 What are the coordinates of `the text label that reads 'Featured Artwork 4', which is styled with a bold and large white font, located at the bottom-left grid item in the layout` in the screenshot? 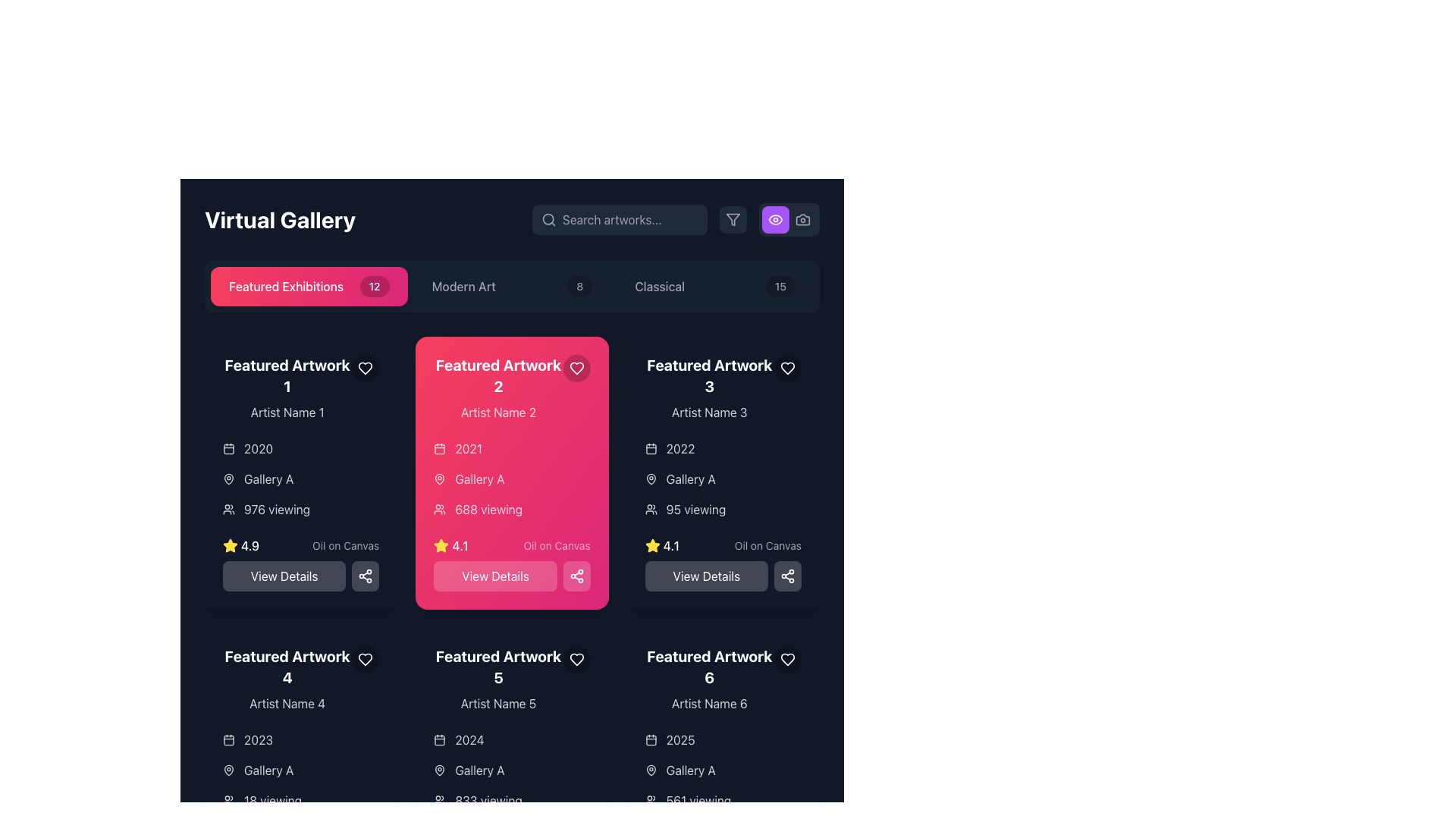 It's located at (287, 666).